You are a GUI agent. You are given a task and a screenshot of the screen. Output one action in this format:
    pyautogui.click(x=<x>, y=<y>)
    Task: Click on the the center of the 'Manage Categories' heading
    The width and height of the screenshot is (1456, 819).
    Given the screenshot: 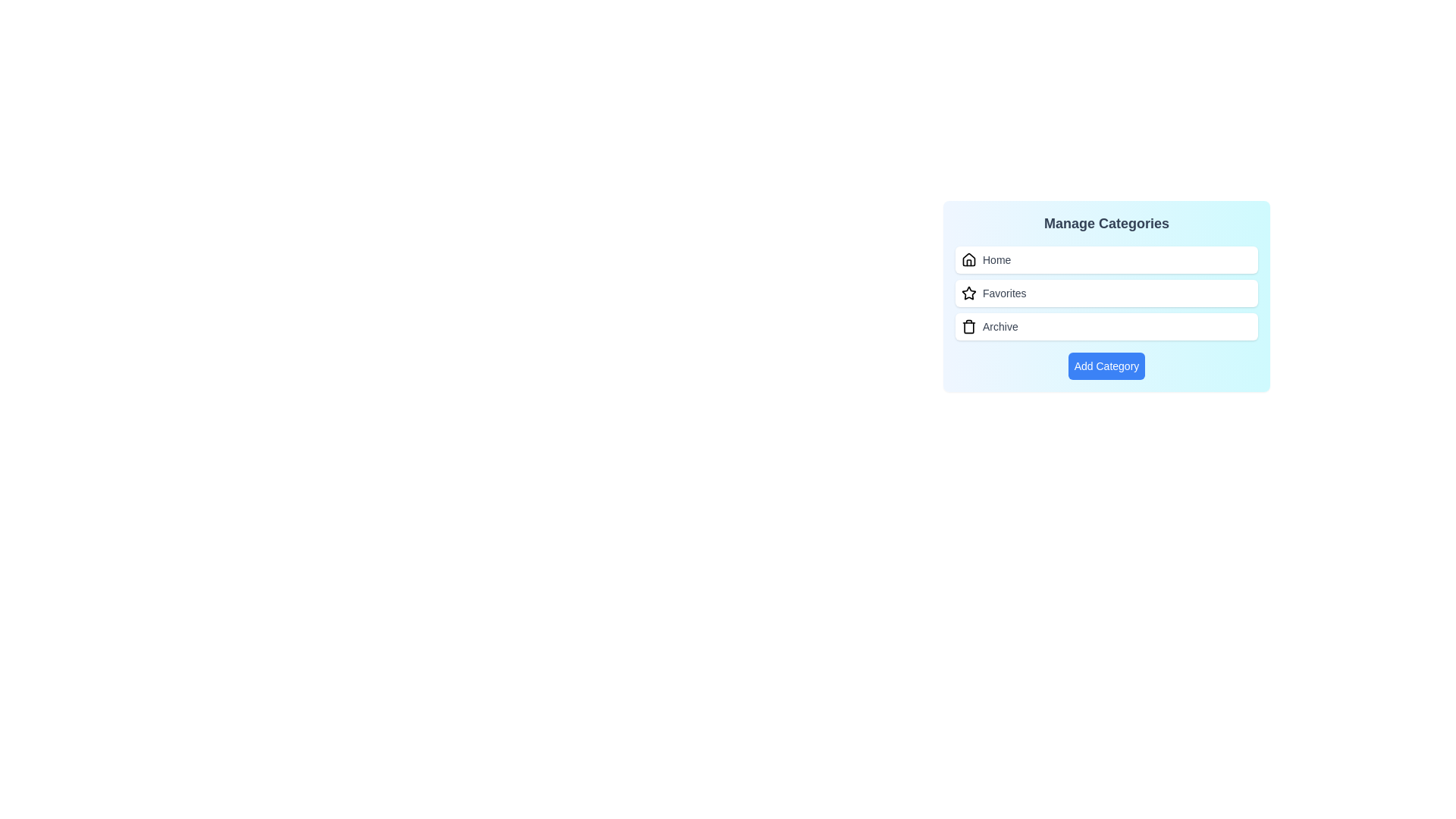 What is the action you would take?
    pyautogui.click(x=1106, y=223)
    